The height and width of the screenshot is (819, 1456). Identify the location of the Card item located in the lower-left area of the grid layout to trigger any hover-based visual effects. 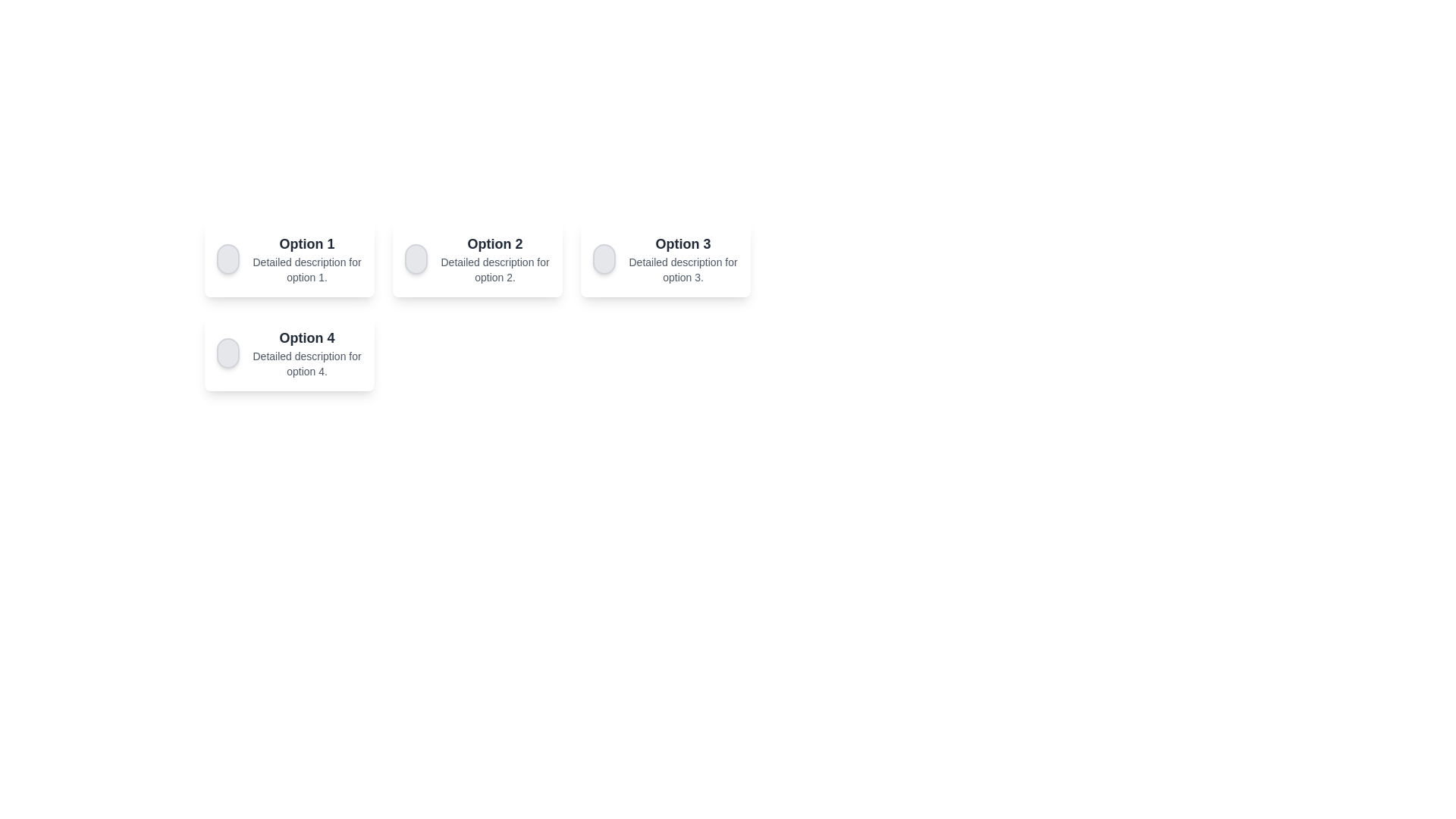
(290, 353).